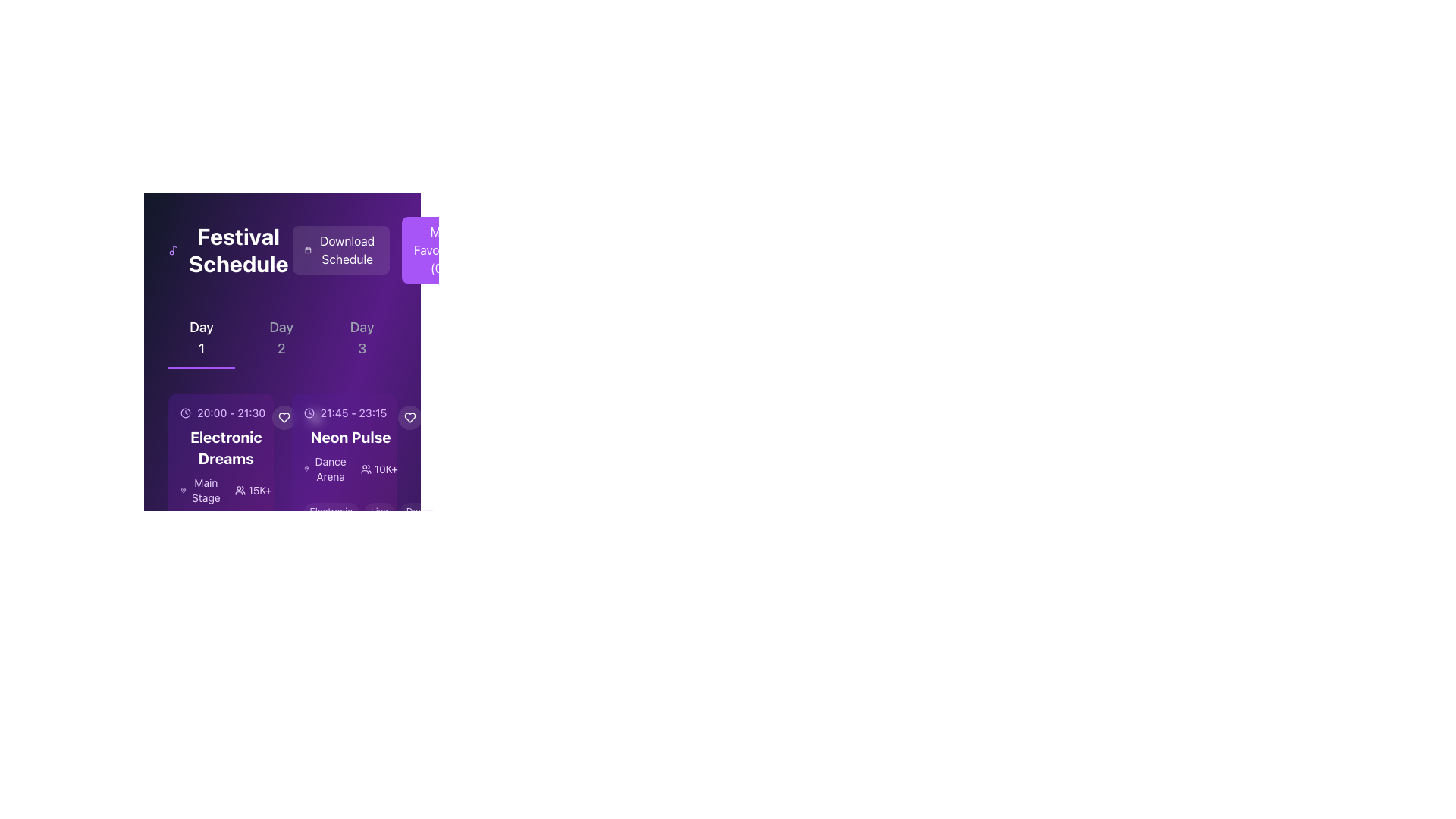 The height and width of the screenshot is (819, 1456). What do you see at coordinates (253, 491) in the screenshot?
I see `element displaying '15K+' text on a purple background, which is located towards the bottom left of the event details panel for 'Electronic Dreams'` at bounding box center [253, 491].